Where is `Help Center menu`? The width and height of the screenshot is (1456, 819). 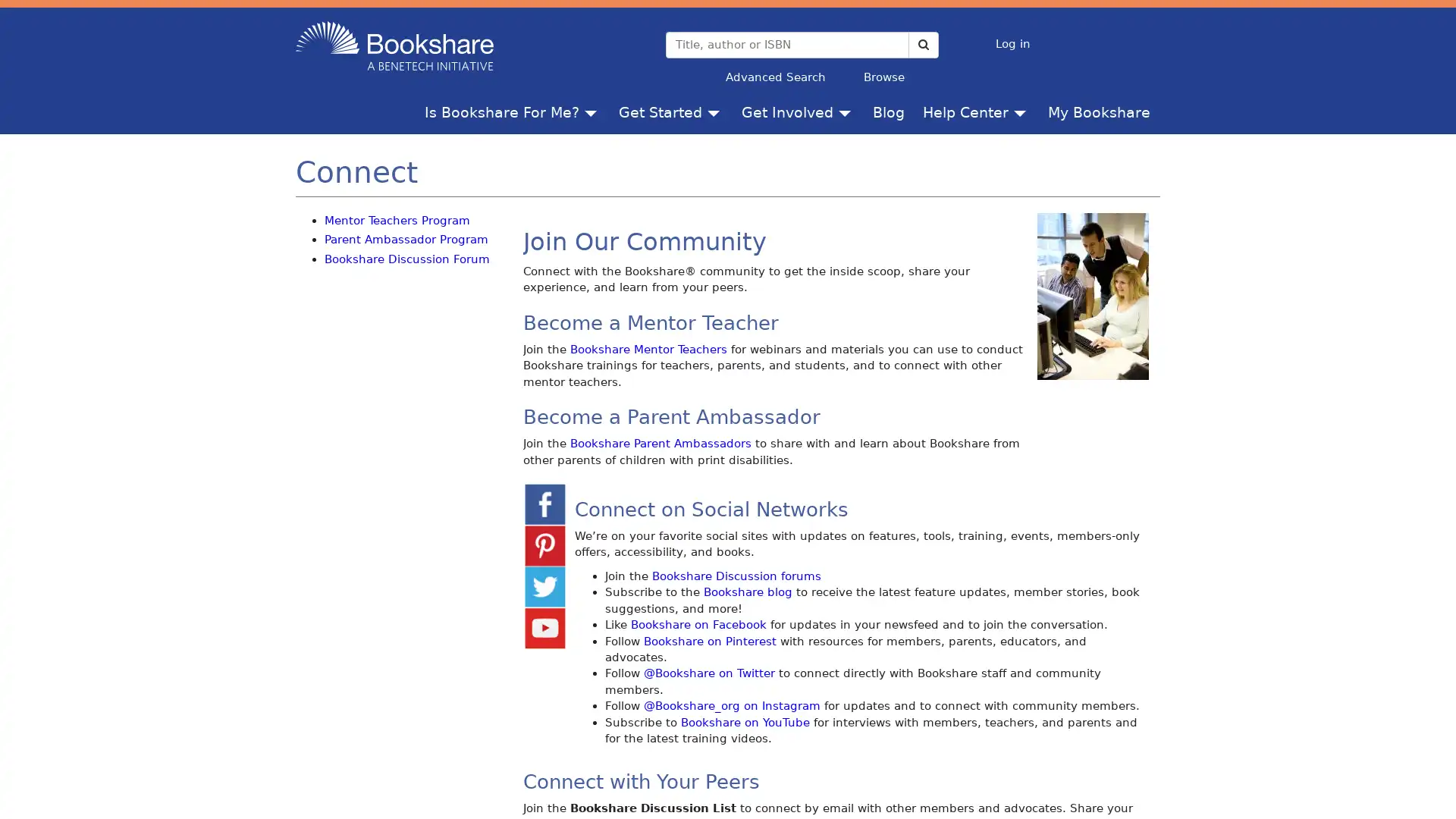
Help Center menu is located at coordinates (1023, 111).